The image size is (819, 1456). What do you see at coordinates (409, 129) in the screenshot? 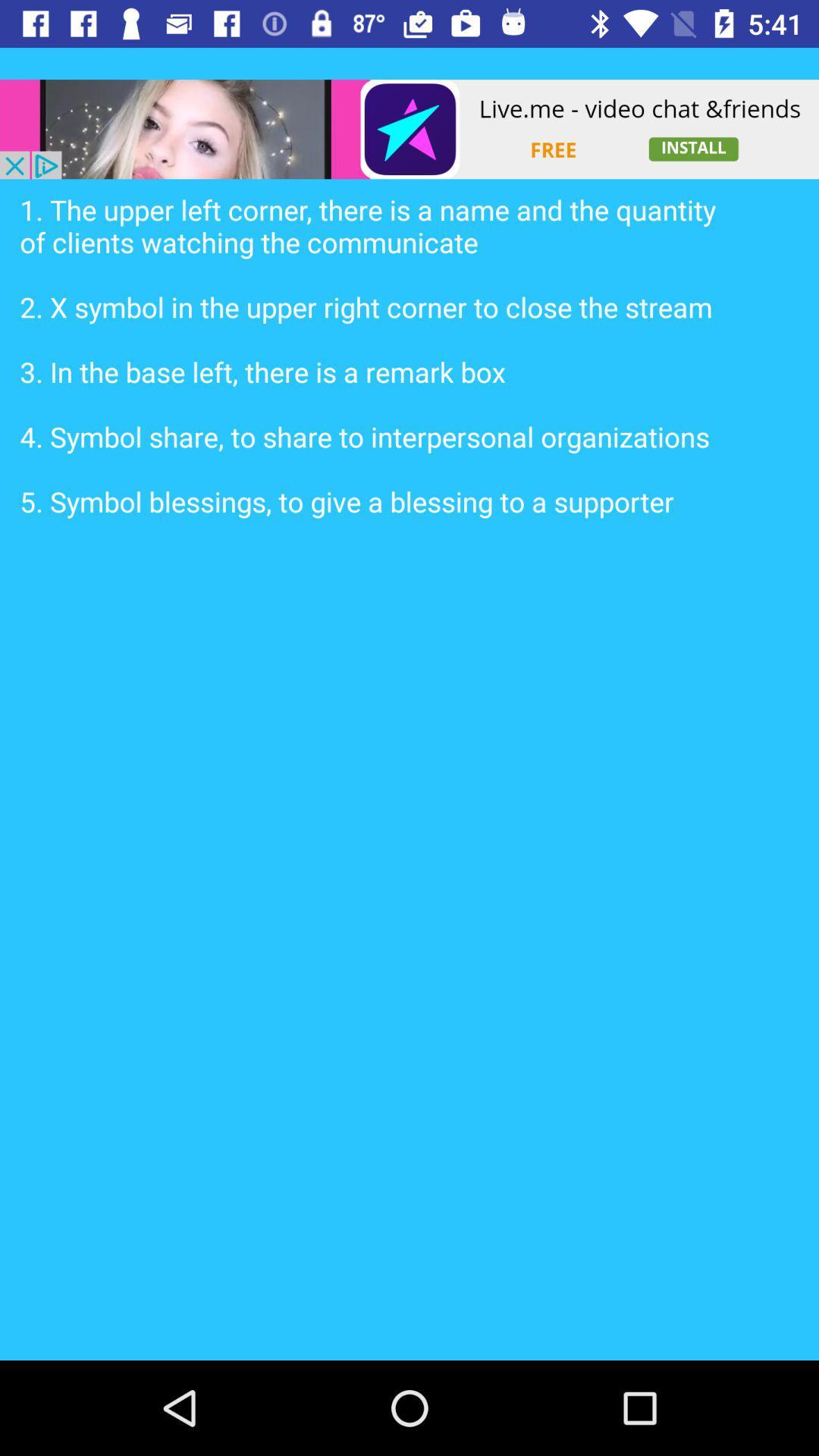
I see `advertisement` at bounding box center [409, 129].